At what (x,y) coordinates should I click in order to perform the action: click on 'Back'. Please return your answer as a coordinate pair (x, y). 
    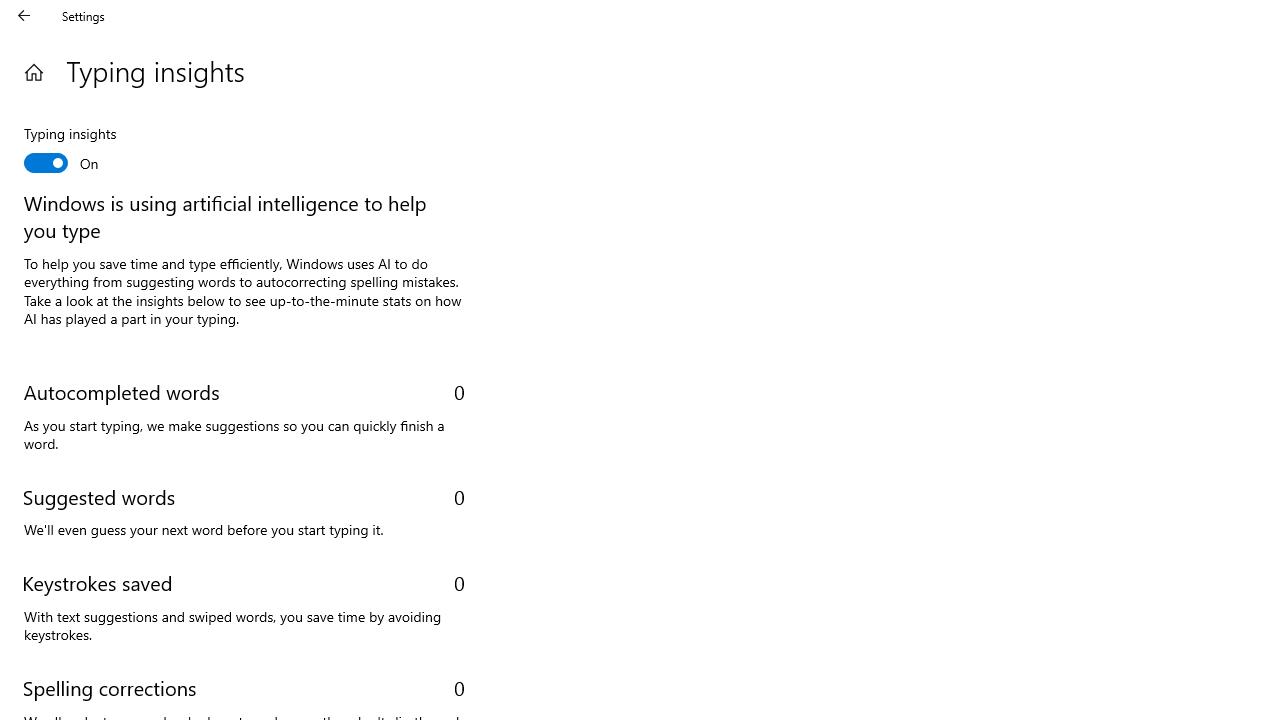
    Looking at the image, I should click on (24, 15).